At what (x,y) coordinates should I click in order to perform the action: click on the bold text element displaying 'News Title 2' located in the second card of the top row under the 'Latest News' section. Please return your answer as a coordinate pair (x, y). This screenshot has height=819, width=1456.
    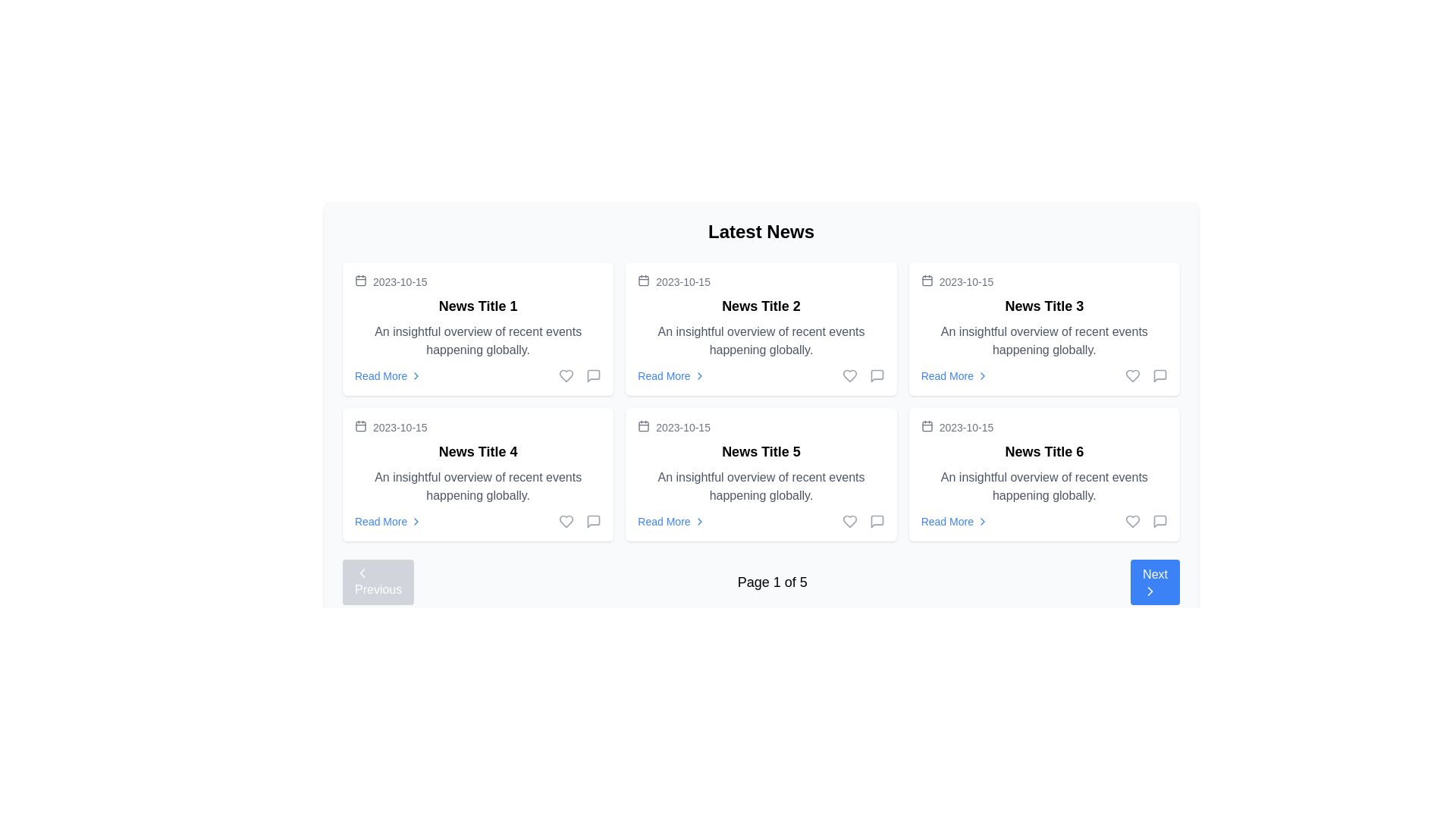
    Looking at the image, I should click on (761, 306).